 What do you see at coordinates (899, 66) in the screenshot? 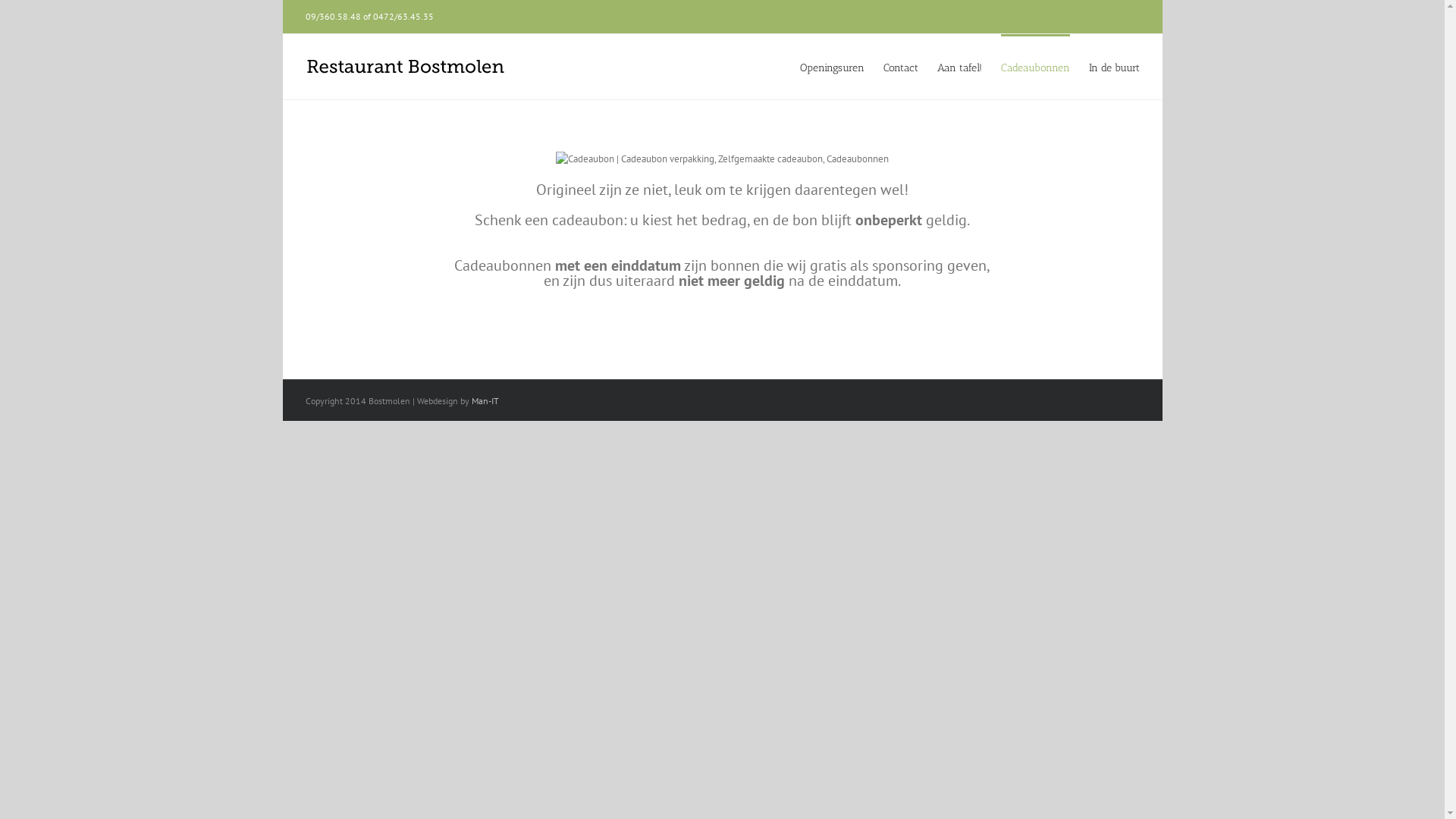
I see `'Contact'` at bounding box center [899, 66].